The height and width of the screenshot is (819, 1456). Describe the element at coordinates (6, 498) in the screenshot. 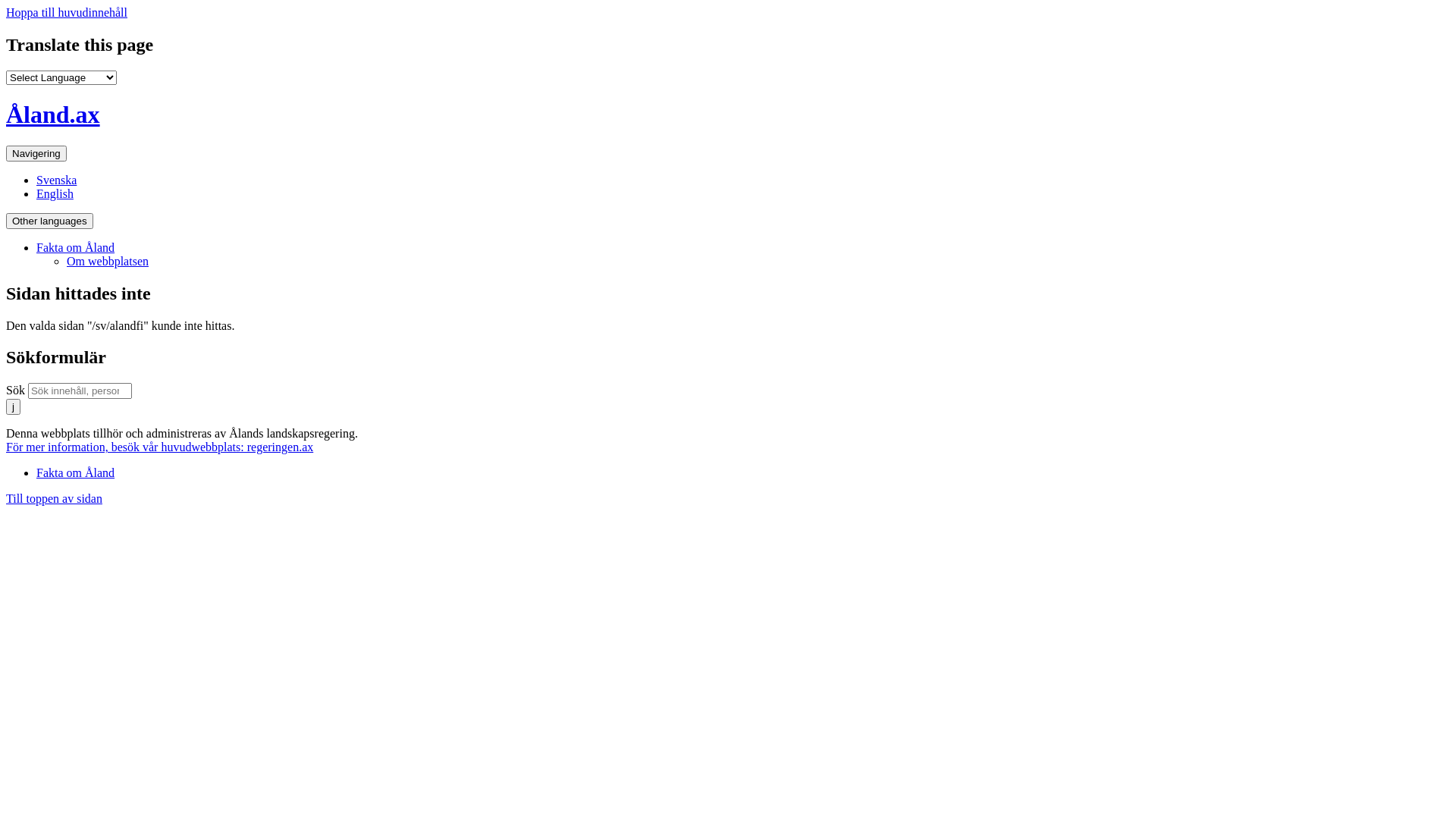

I see `'Till toppen av sidan'` at that location.